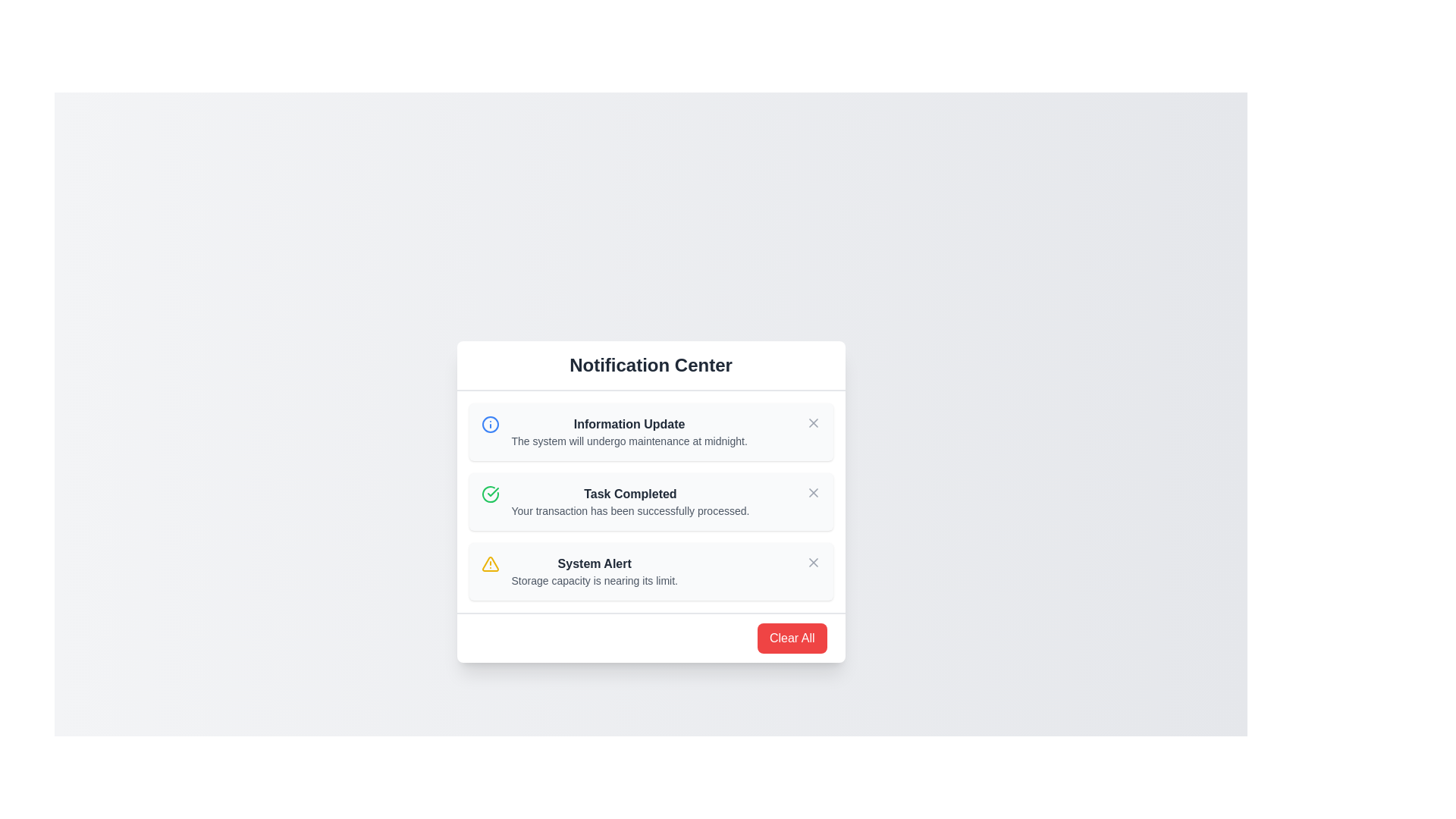 The height and width of the screenshot is (819, 1456). Describe the element at coordinates (629, 432) in the screenshot. I see `the 'Information Update' text display element in the Notification Center, which consists of two lines of text, with the first line in bold and the second in a smaller font size` at that location.